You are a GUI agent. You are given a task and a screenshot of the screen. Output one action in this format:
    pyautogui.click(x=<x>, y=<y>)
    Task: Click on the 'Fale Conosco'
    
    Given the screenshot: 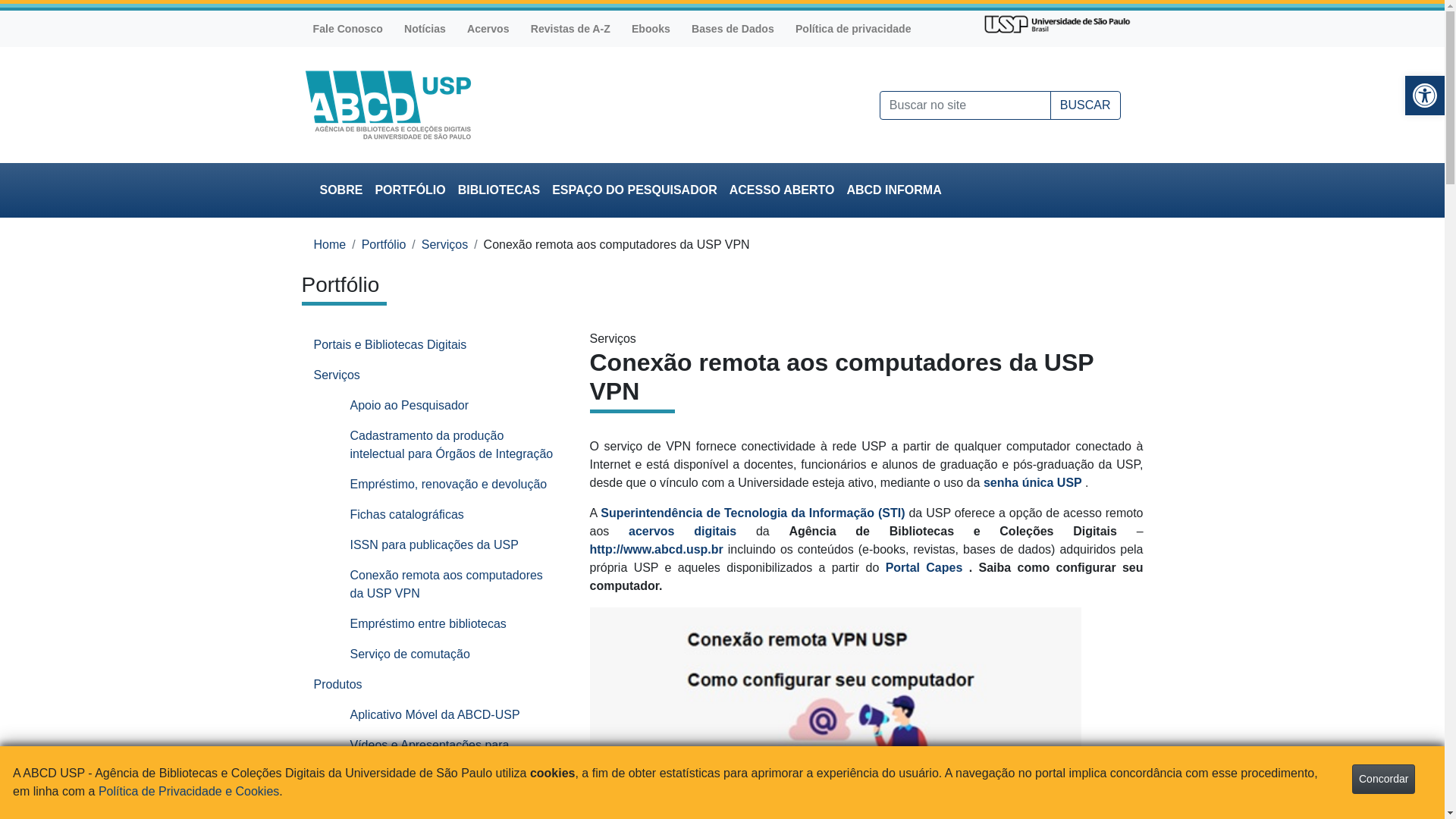 What is the action you would take?
    pyautogui.click(x=346, y=29)
    